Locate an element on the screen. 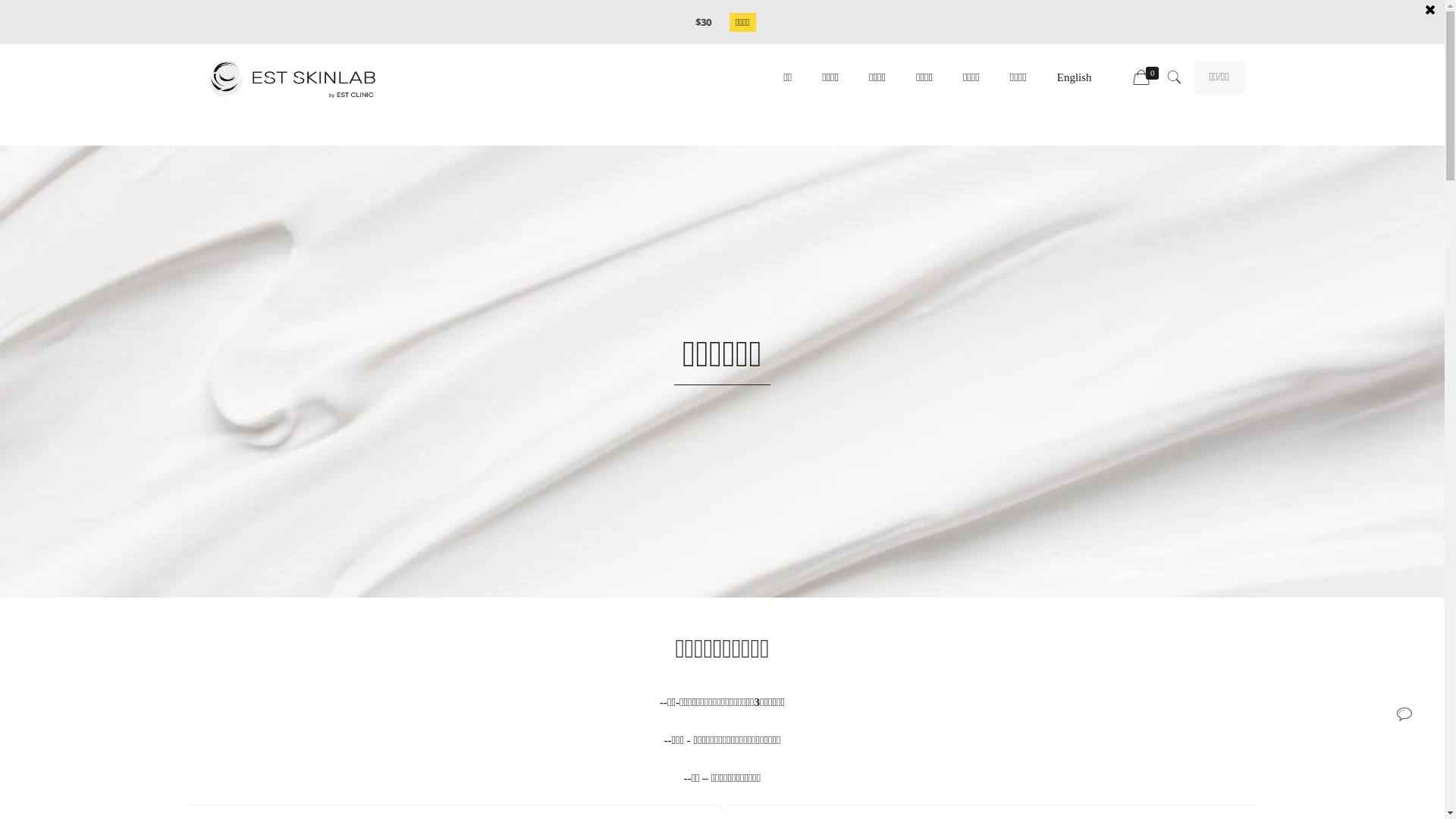 The height and width of the screenshot is (819, 1456). 'English' is located at coordinates (1073, 77).